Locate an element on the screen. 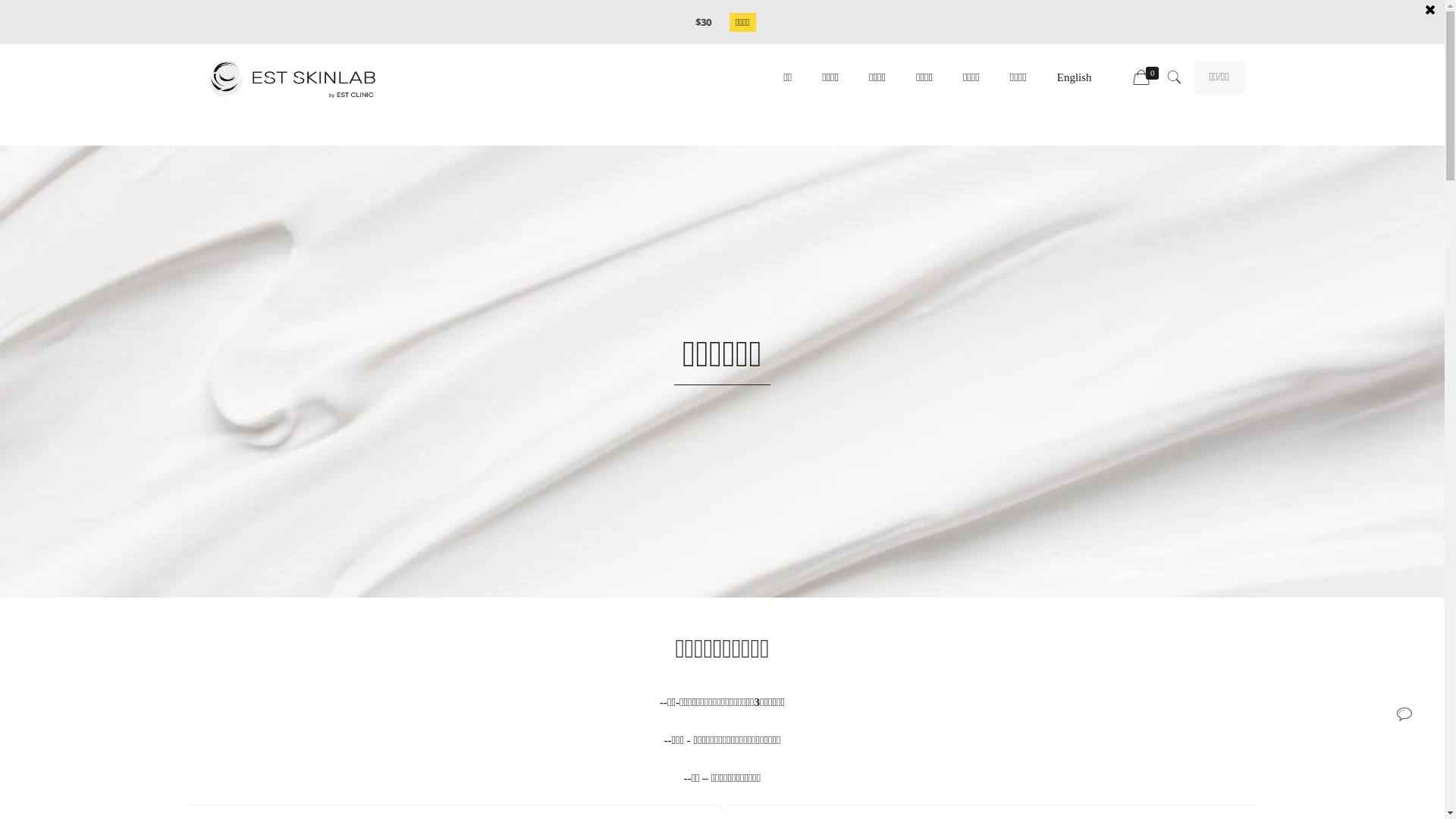 The height and width of the screenshot is (819, 1456). 'English' is located at coordinates (1073, 77).